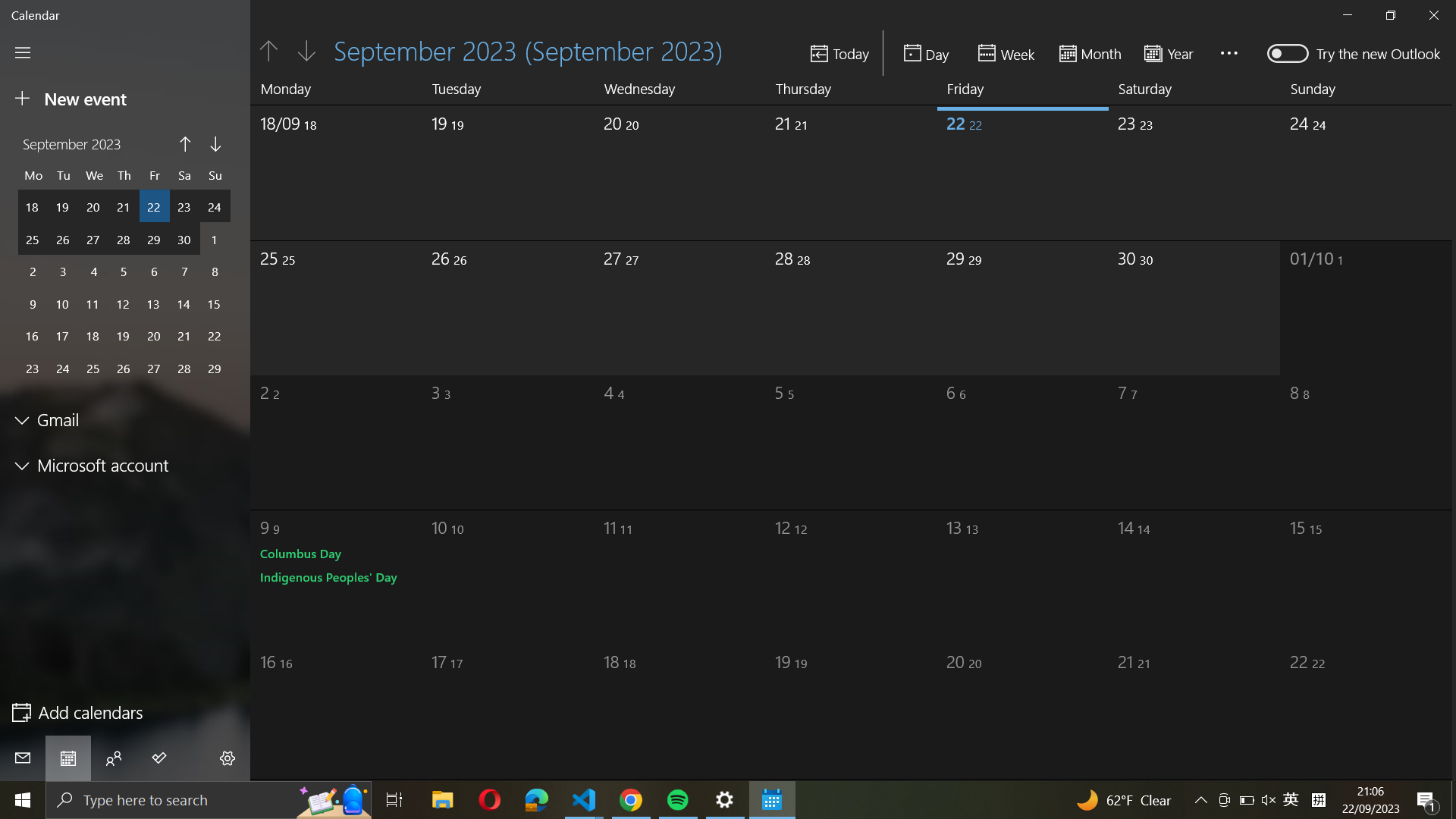 The width and height of the screenshot is (1456, 819). I want to click on Close the sidebar in the calendar app, so click(23, 52).